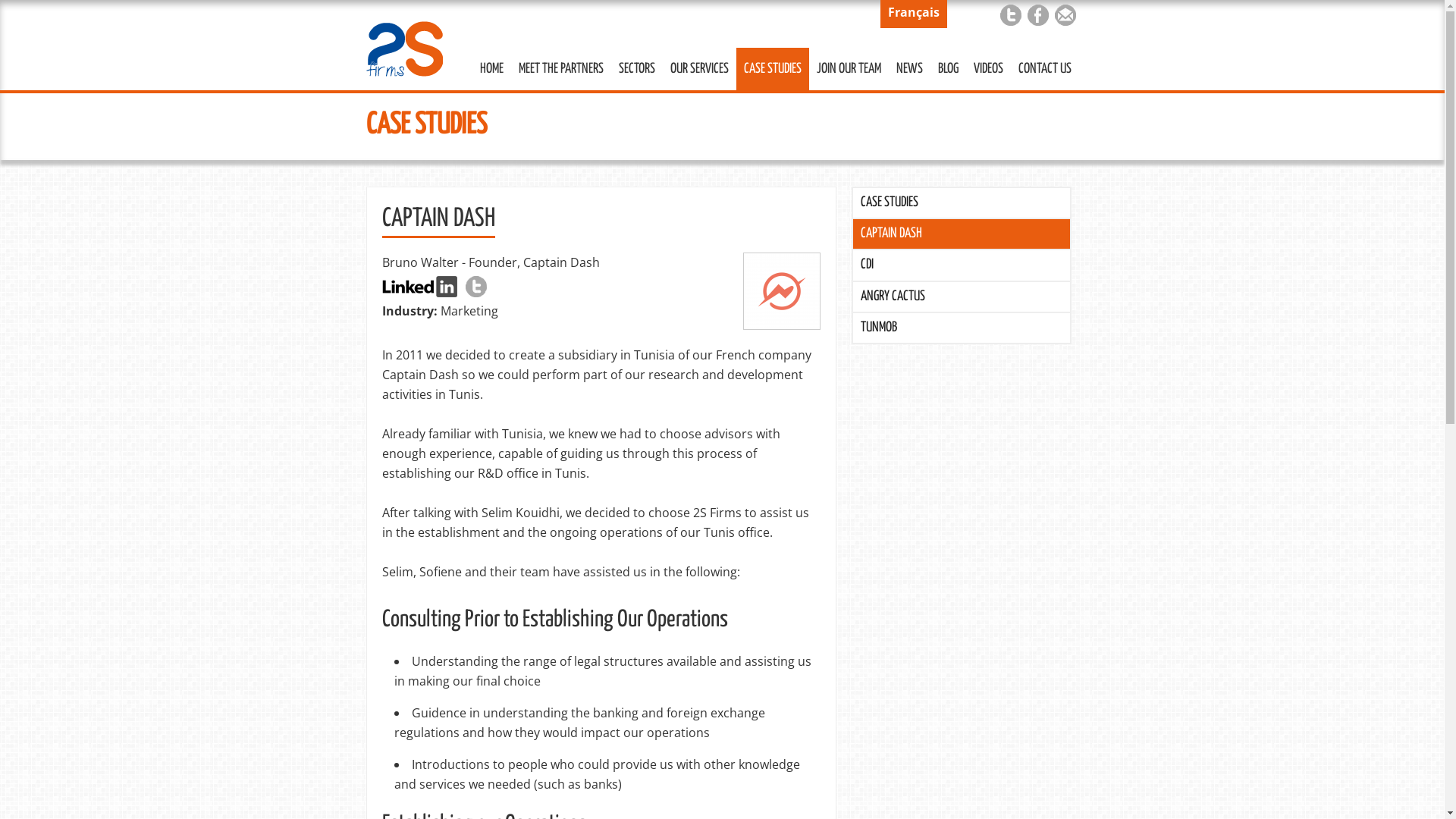  Describe the element at coordinates (960, 264) in the screenshot. I see `'CDI'` at that location.